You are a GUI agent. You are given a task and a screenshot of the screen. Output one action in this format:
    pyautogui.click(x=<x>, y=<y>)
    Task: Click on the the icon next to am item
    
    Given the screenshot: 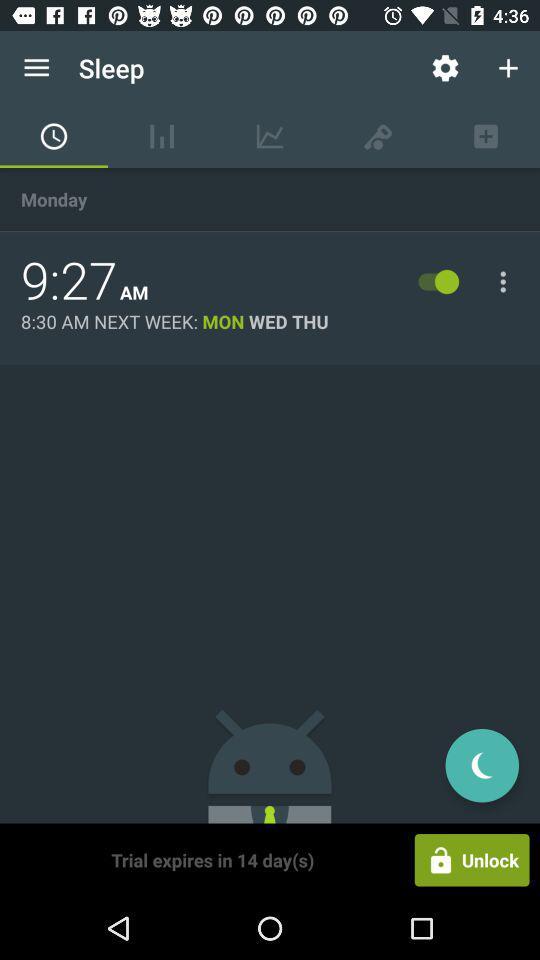 What is the action you would take?
    pyautogui.click(x=68, y=280)
    